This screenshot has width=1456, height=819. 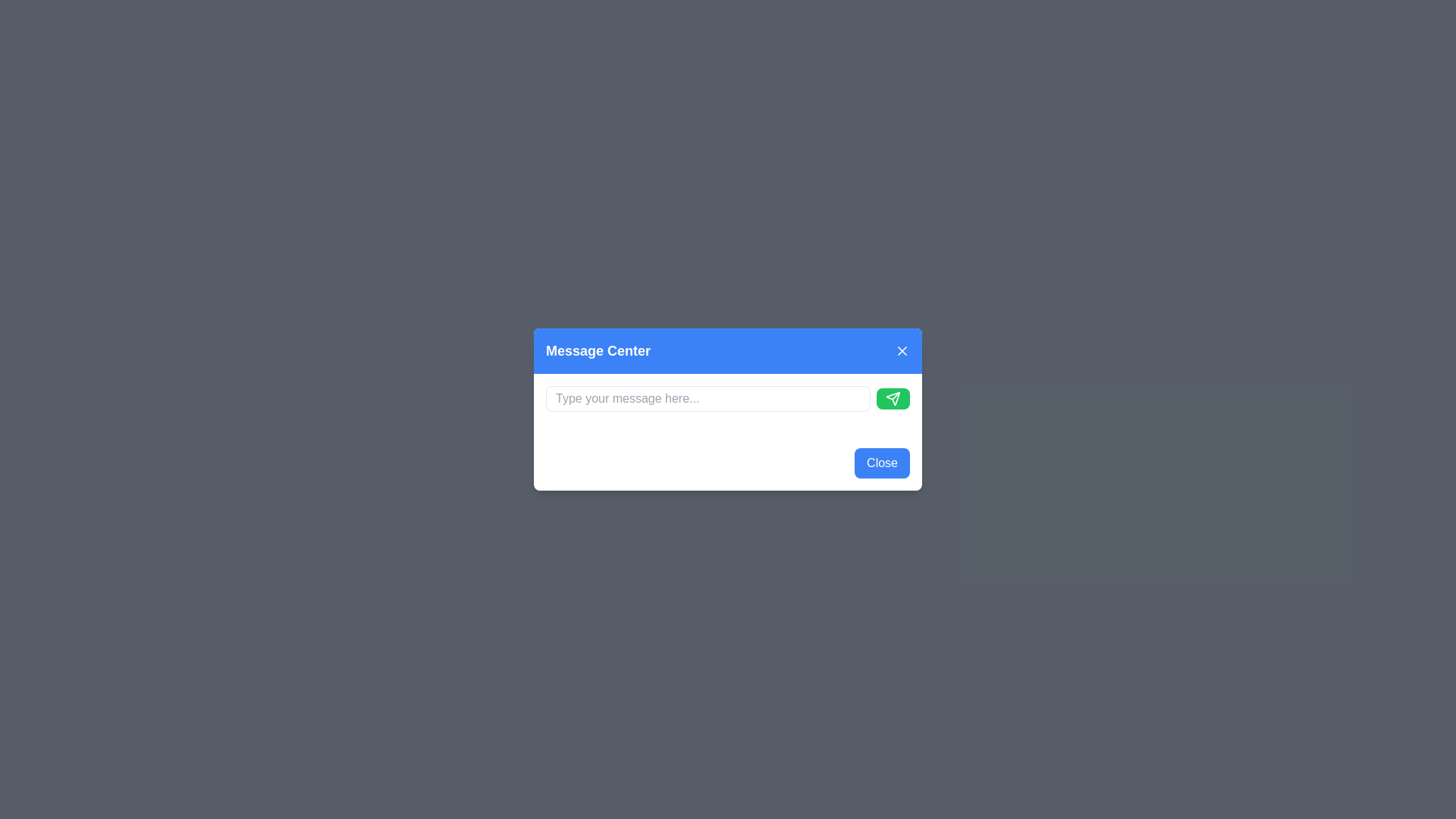 I want to click on the 'Send' button located at the far-right side of the horizontal layout within the 'Message Center' modal, so click(x=893, y=397).